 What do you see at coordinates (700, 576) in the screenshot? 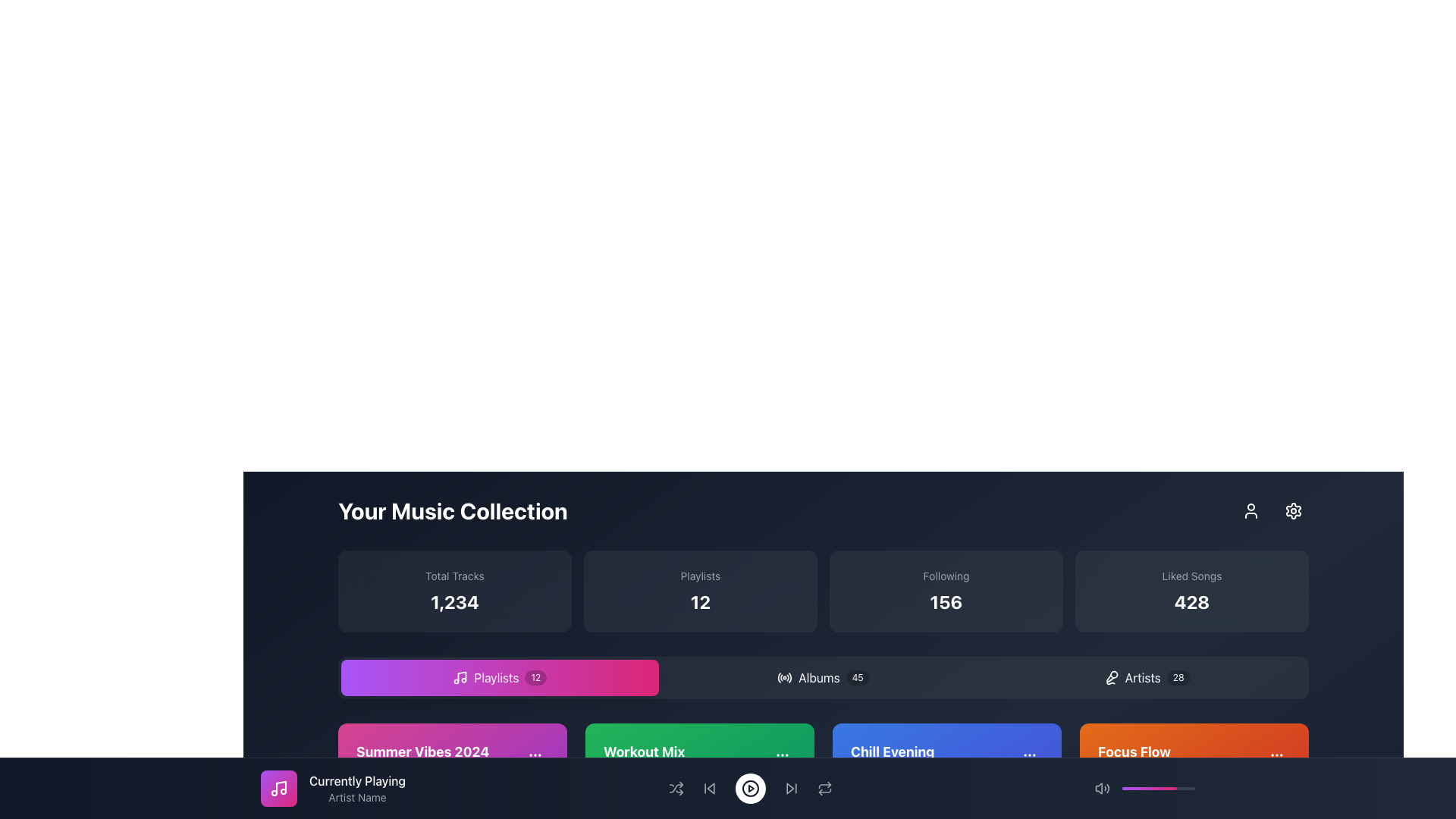
I see `the 'Playlists' text label located in the second card of the statistics layout, which describes the number of playlists in the user's music collection` at bounding box center [700, 576].